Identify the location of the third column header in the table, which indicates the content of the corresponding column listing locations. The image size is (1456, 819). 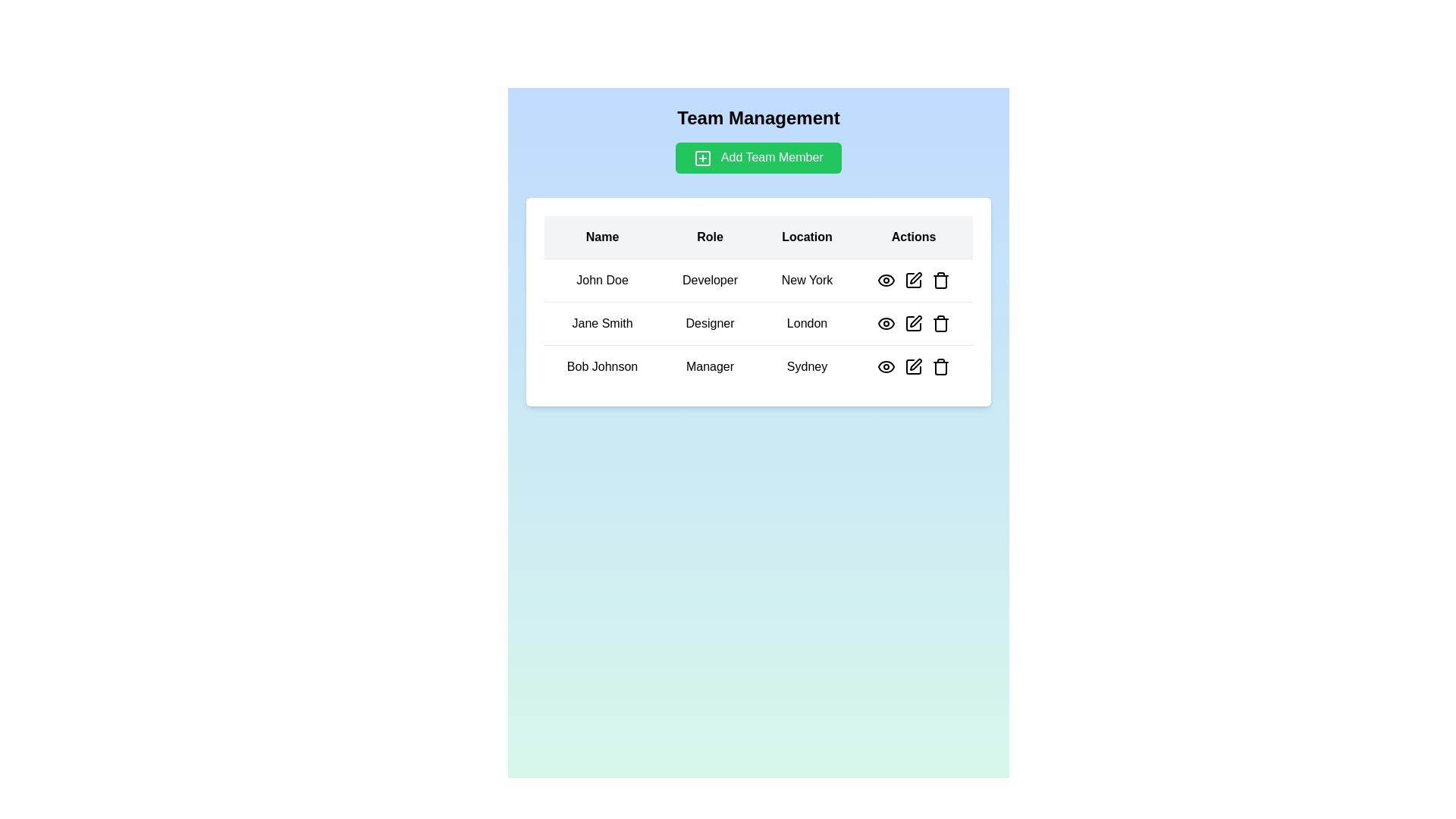
(806, 237).